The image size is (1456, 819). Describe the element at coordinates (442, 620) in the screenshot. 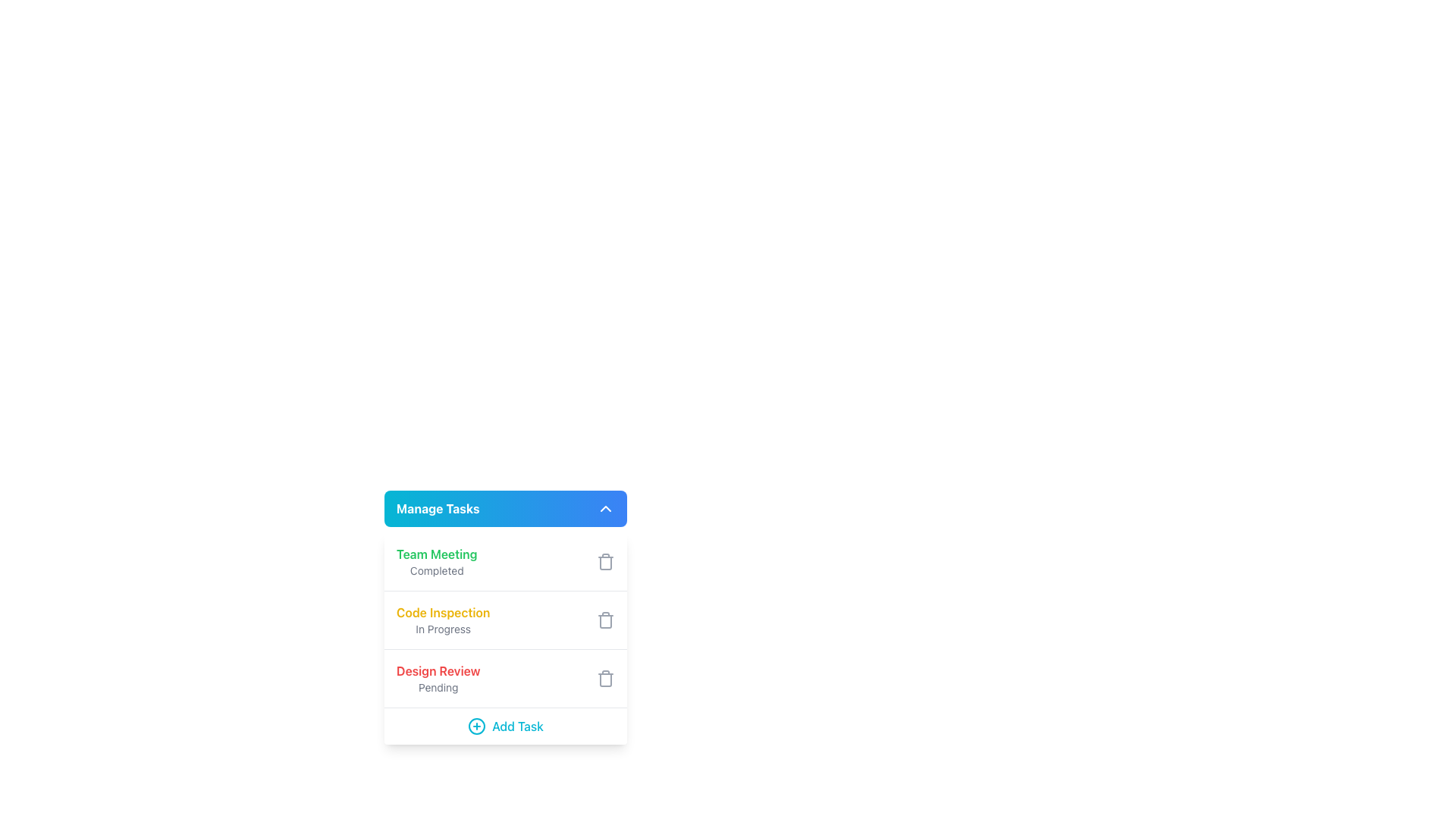

I see `the text element displaying 'Code Inspection' in bold yellow font and 'In Progress' in smaller gray text, which is the second entry in the task list` at that location.